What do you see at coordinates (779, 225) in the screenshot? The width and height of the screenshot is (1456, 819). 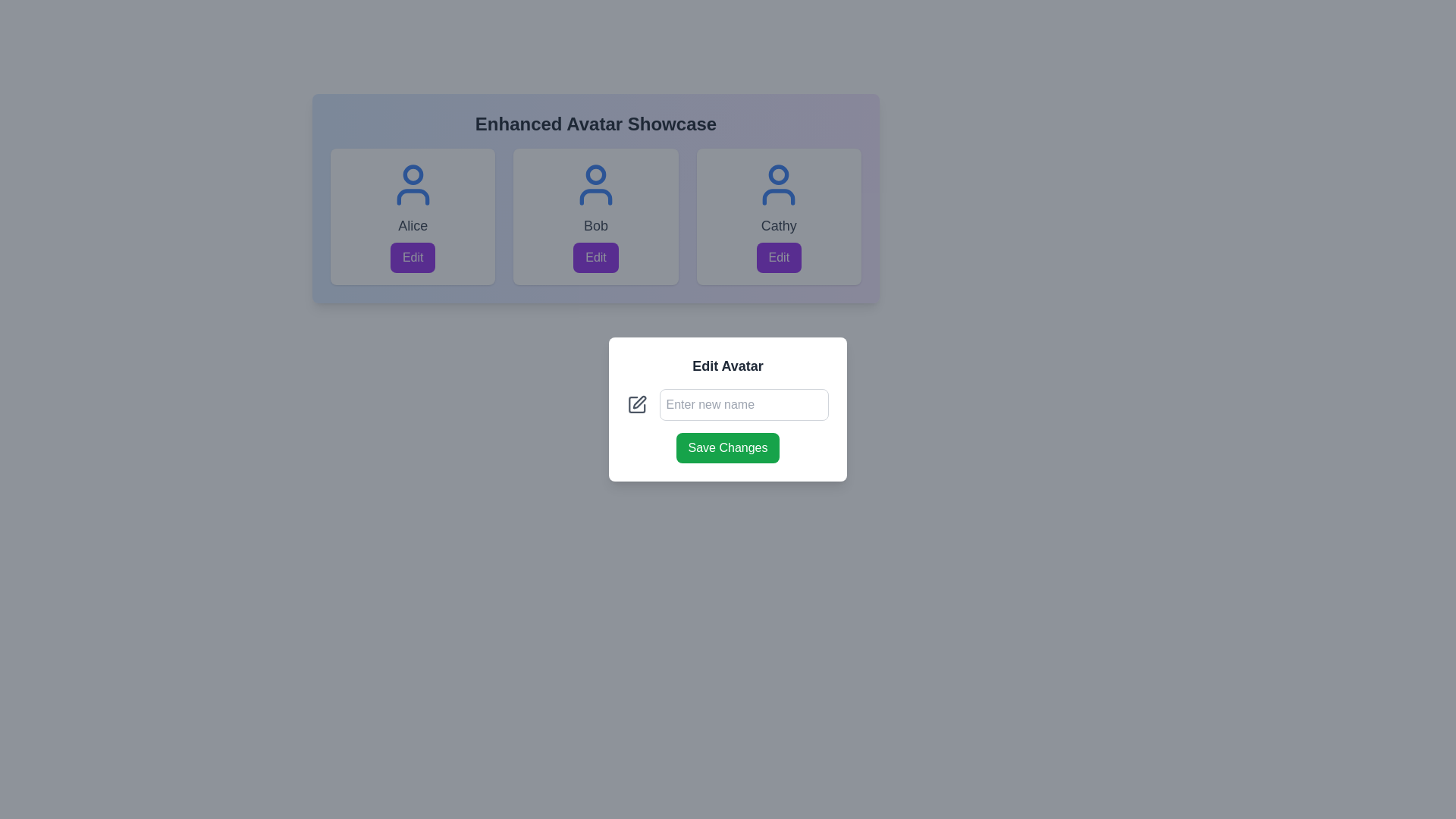 I see `the text label displaying the name associated with the avatar in the third card, located below the avatar icon and above the 'Edit' button` at bounding box center [779, 225].